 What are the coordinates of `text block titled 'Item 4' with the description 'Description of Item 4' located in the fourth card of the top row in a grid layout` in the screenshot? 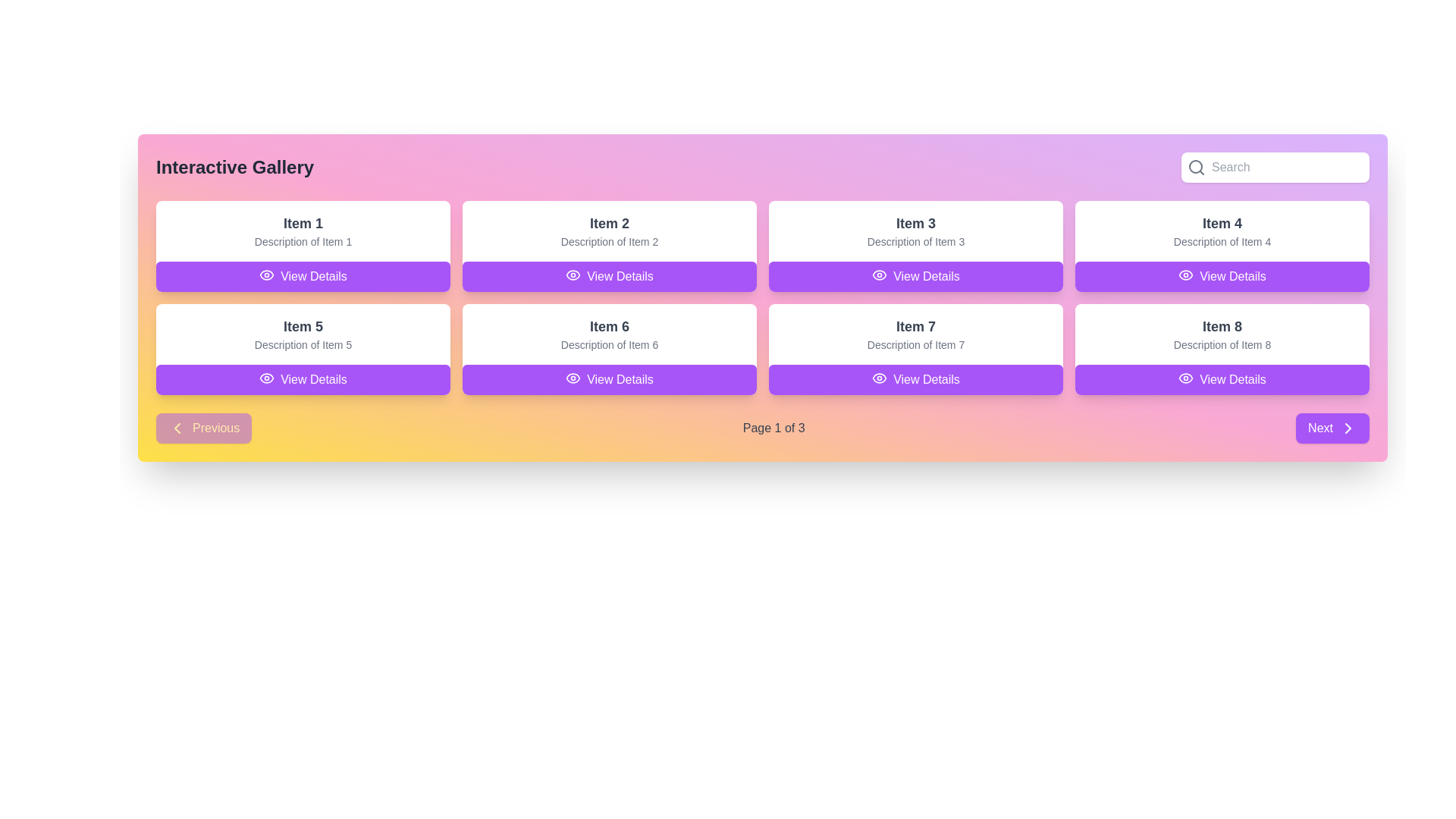 It's located at (1222, 231).